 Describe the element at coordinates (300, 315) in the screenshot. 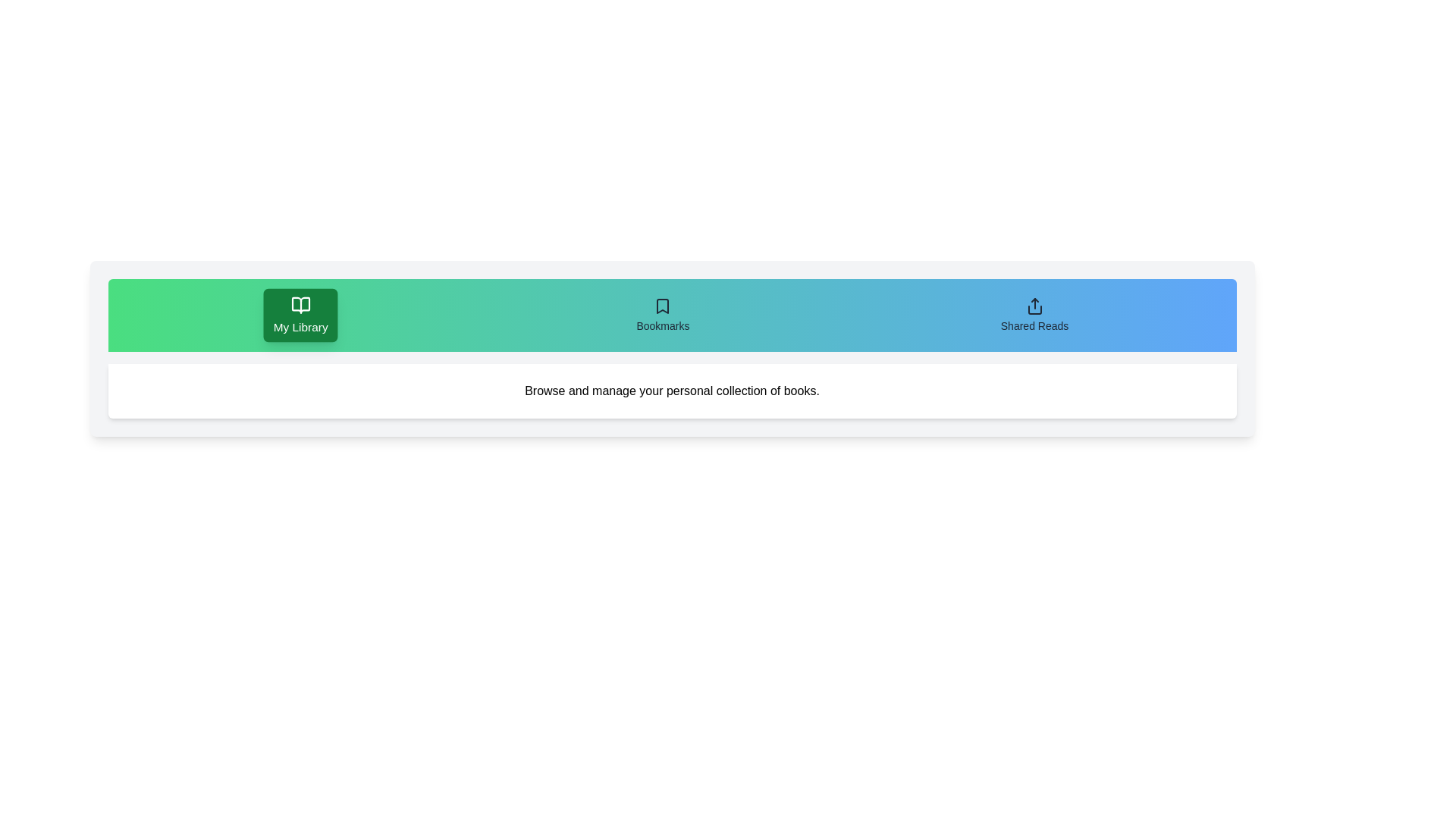

I see `the tab labeled My Library` at that location.